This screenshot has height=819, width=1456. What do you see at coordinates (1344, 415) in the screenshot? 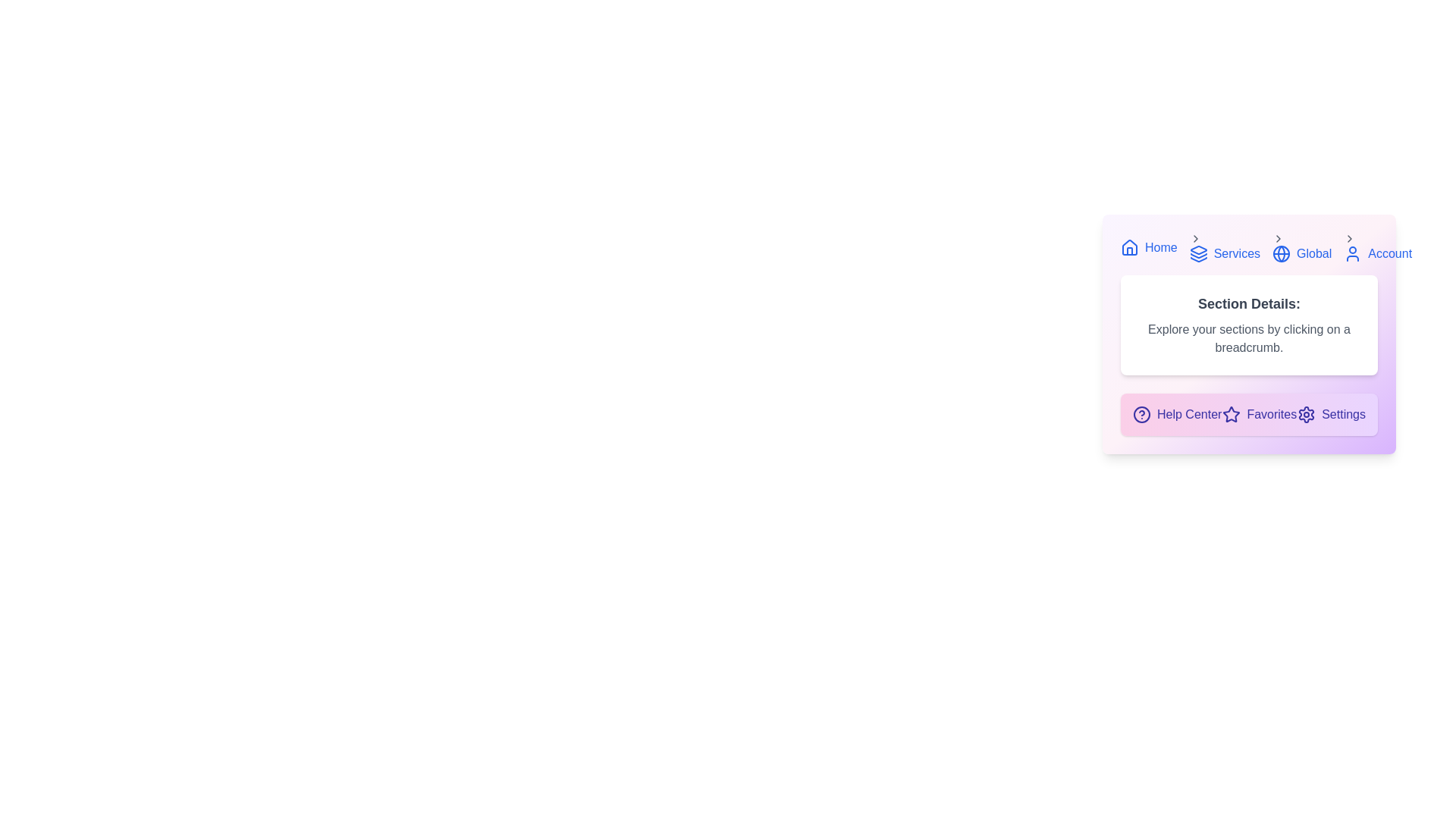
I see `the 'Settings' text label styled in blue font located on a faintly purple background at the bottom-right of the card-like interface` at bounding box center [1344, 415].